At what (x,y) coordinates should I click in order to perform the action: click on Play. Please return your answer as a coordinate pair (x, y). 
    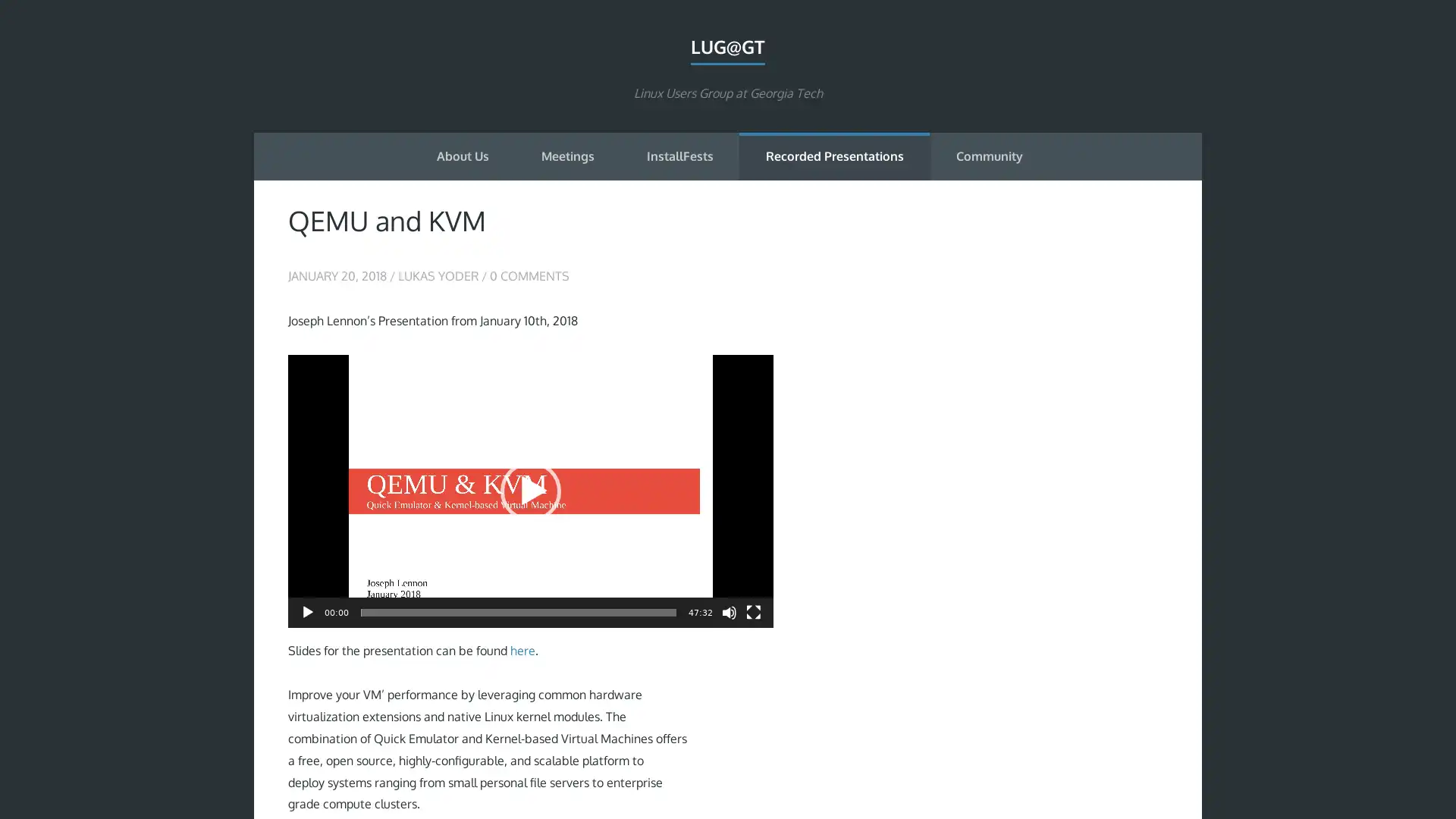
    Looking at the image, I should click on (531, 491).